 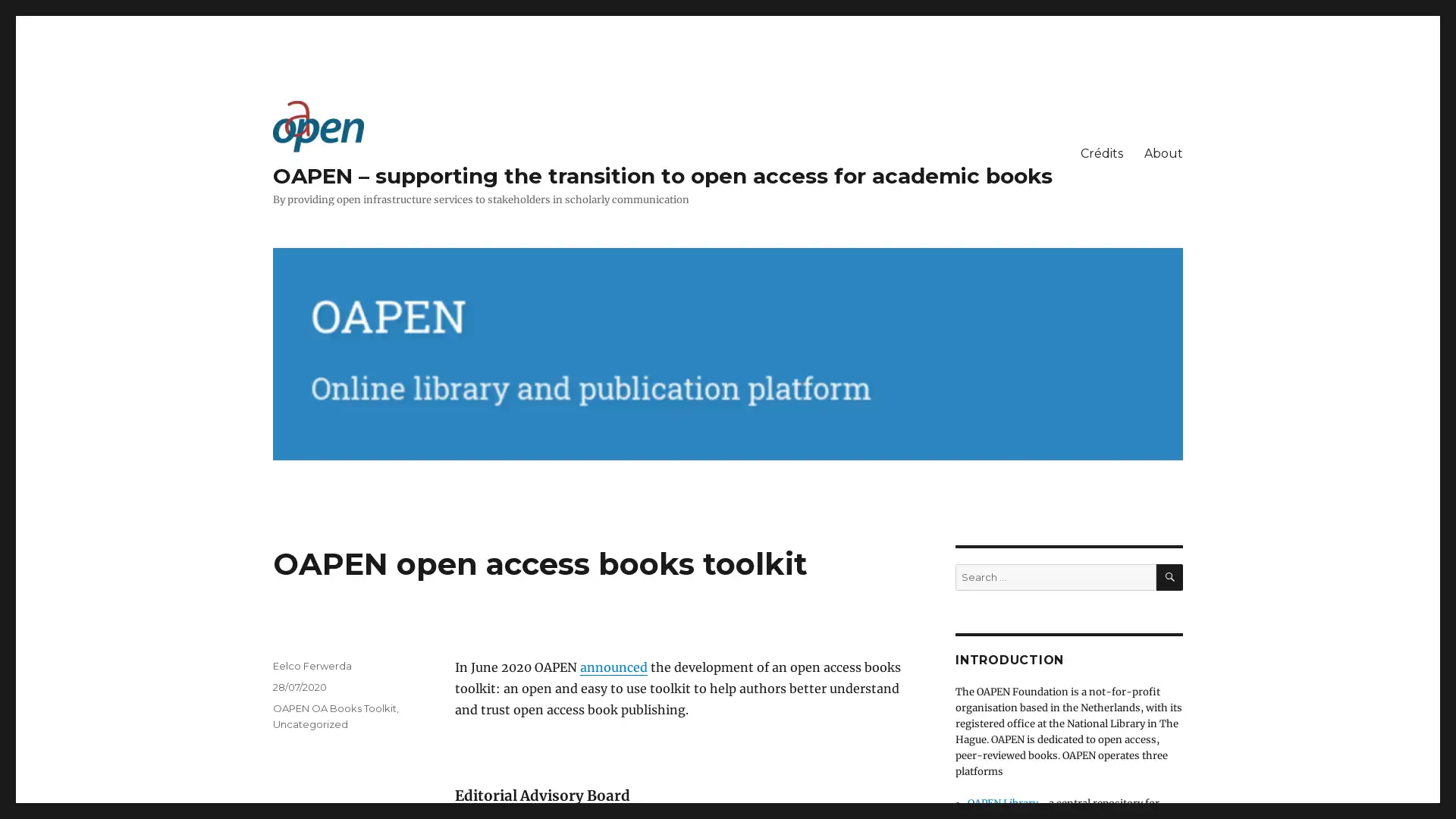 I want to click on SEARCH, so click(x=1169, y=576).